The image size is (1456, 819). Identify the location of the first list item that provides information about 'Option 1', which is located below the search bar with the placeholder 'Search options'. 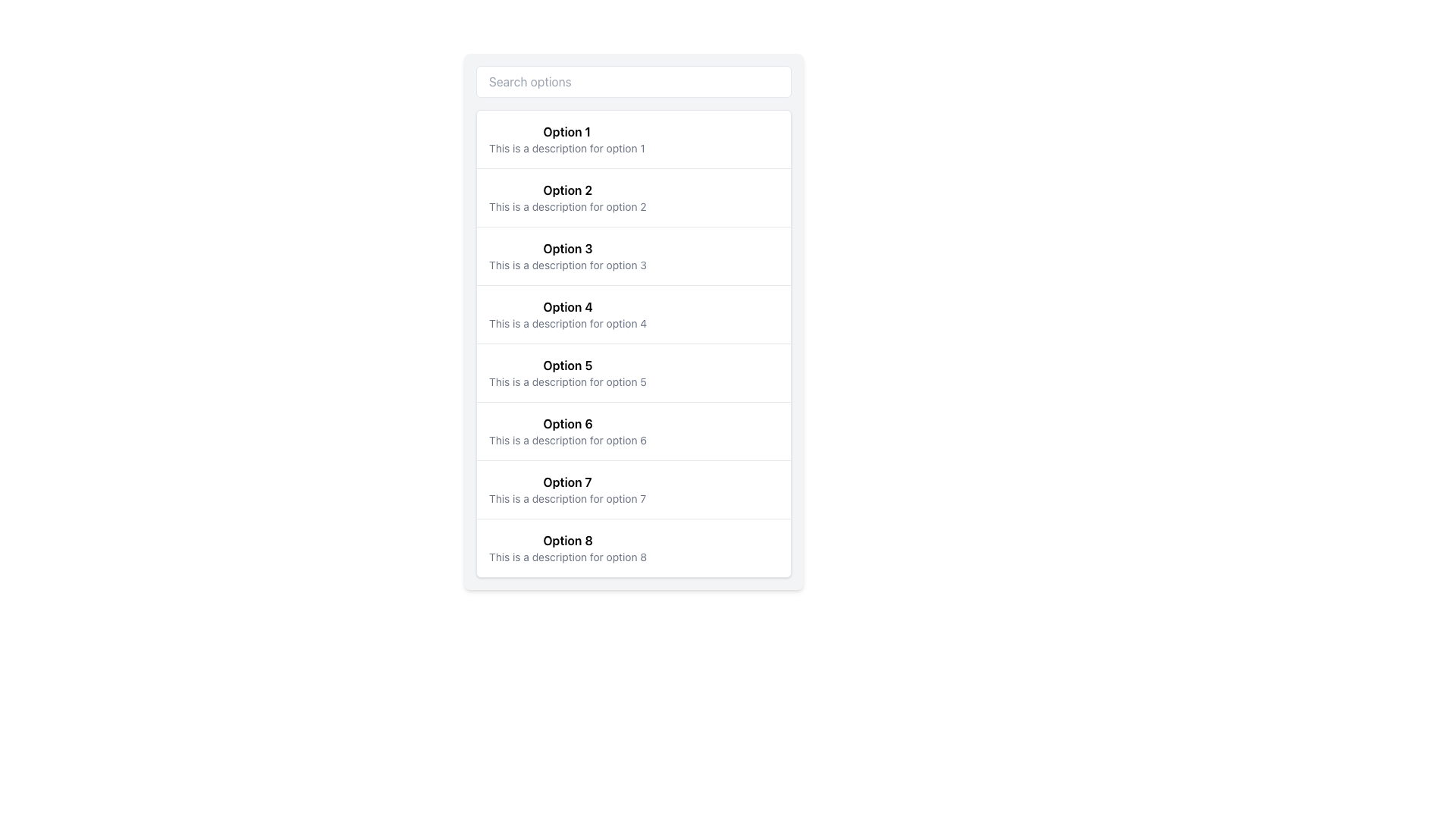
(566, 140).